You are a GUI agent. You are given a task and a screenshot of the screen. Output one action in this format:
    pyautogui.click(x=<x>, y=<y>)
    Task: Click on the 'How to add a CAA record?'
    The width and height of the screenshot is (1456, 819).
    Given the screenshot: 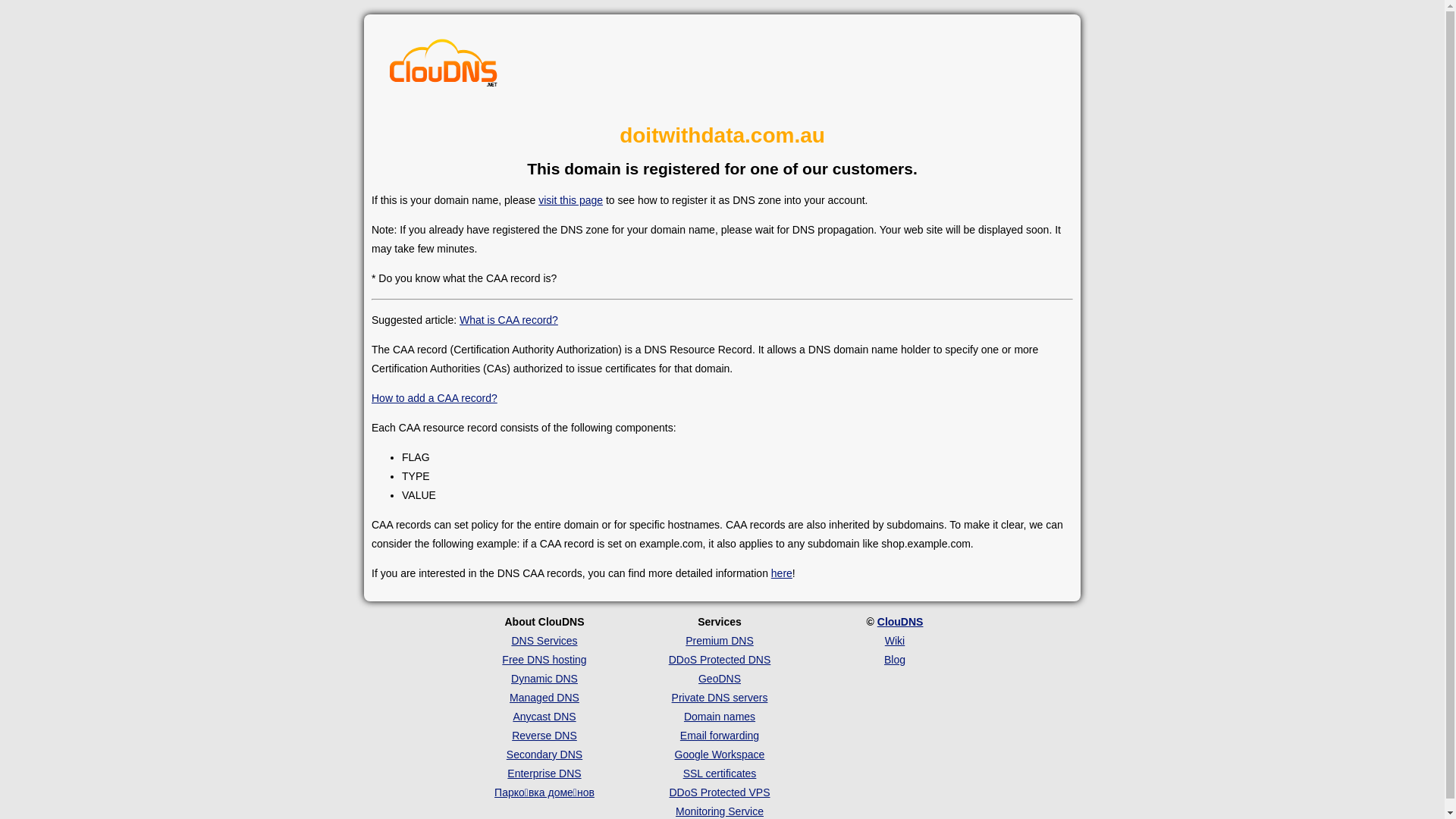 What is the action you would take?
    pyautogui.click(x=433, y=397)
    